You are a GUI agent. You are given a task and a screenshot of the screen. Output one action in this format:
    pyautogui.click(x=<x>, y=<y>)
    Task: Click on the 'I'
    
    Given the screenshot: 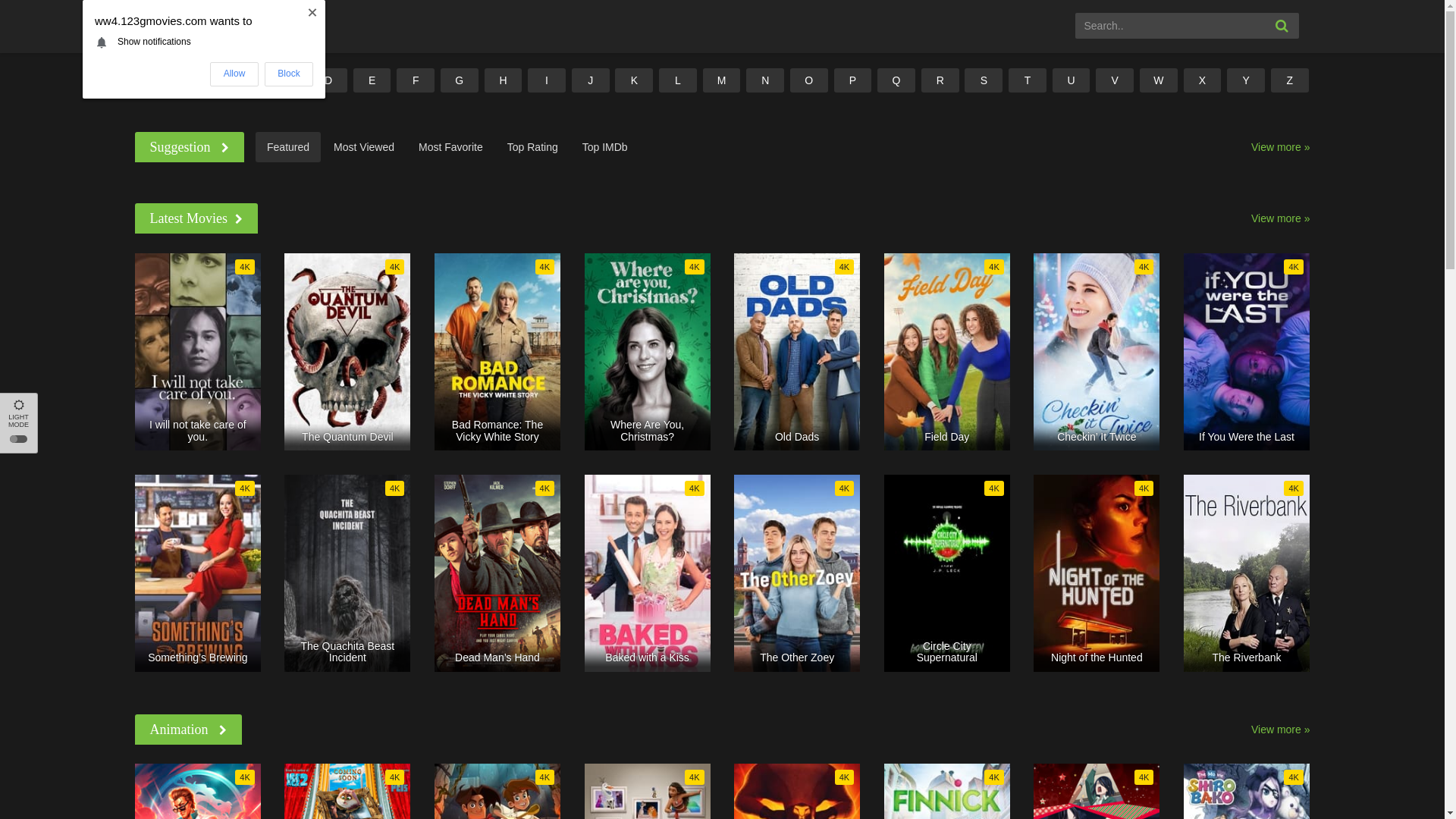 What is the action you would take?
    pyautogui.click(x=546, y=80)
    